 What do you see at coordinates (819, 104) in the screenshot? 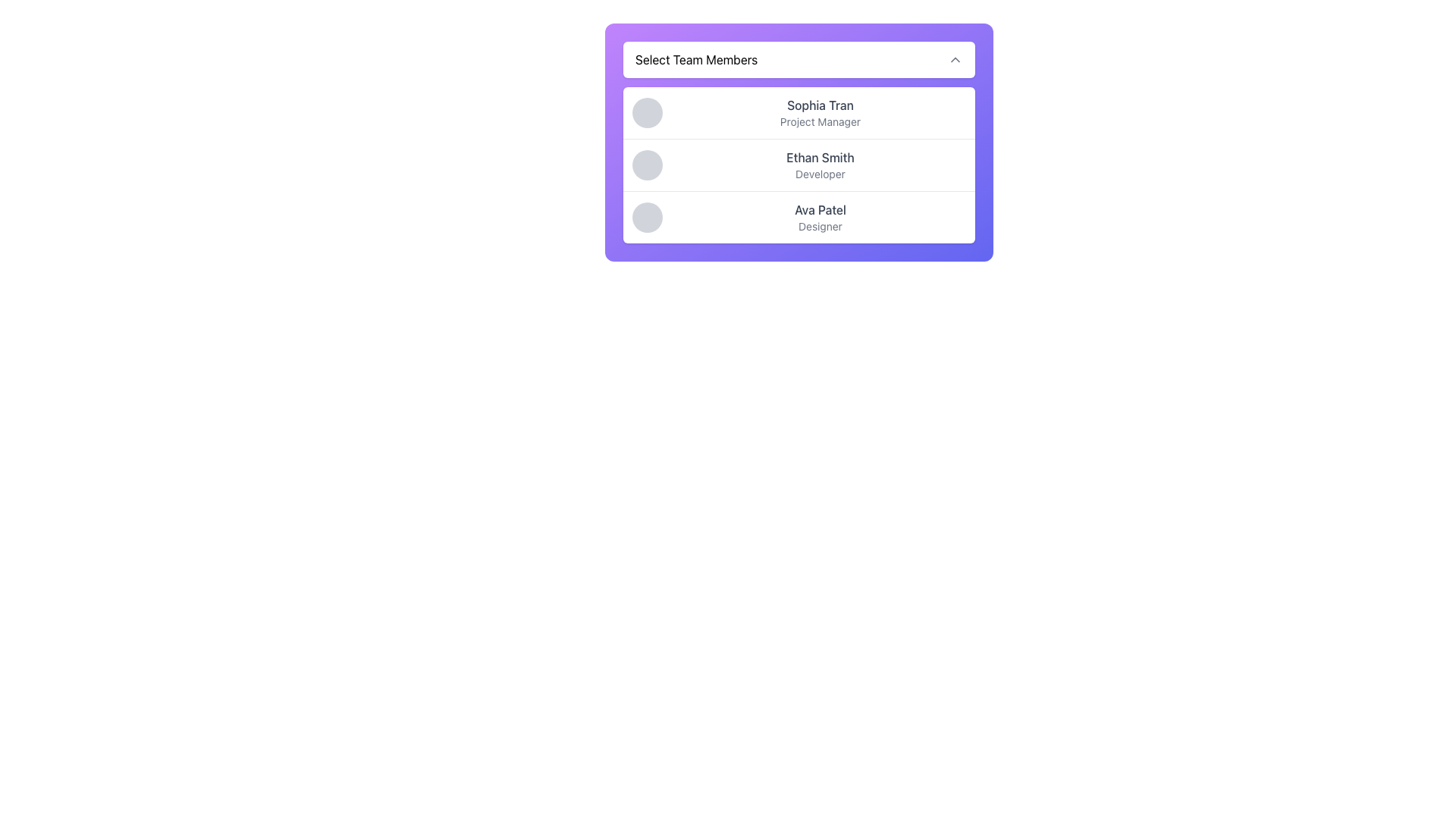
I see `the Text Label displaying the name of the individual associated with the current list item, located in the 'Select Team Members' section, right of the profile avatar icon` at bounding box center [819, 104].